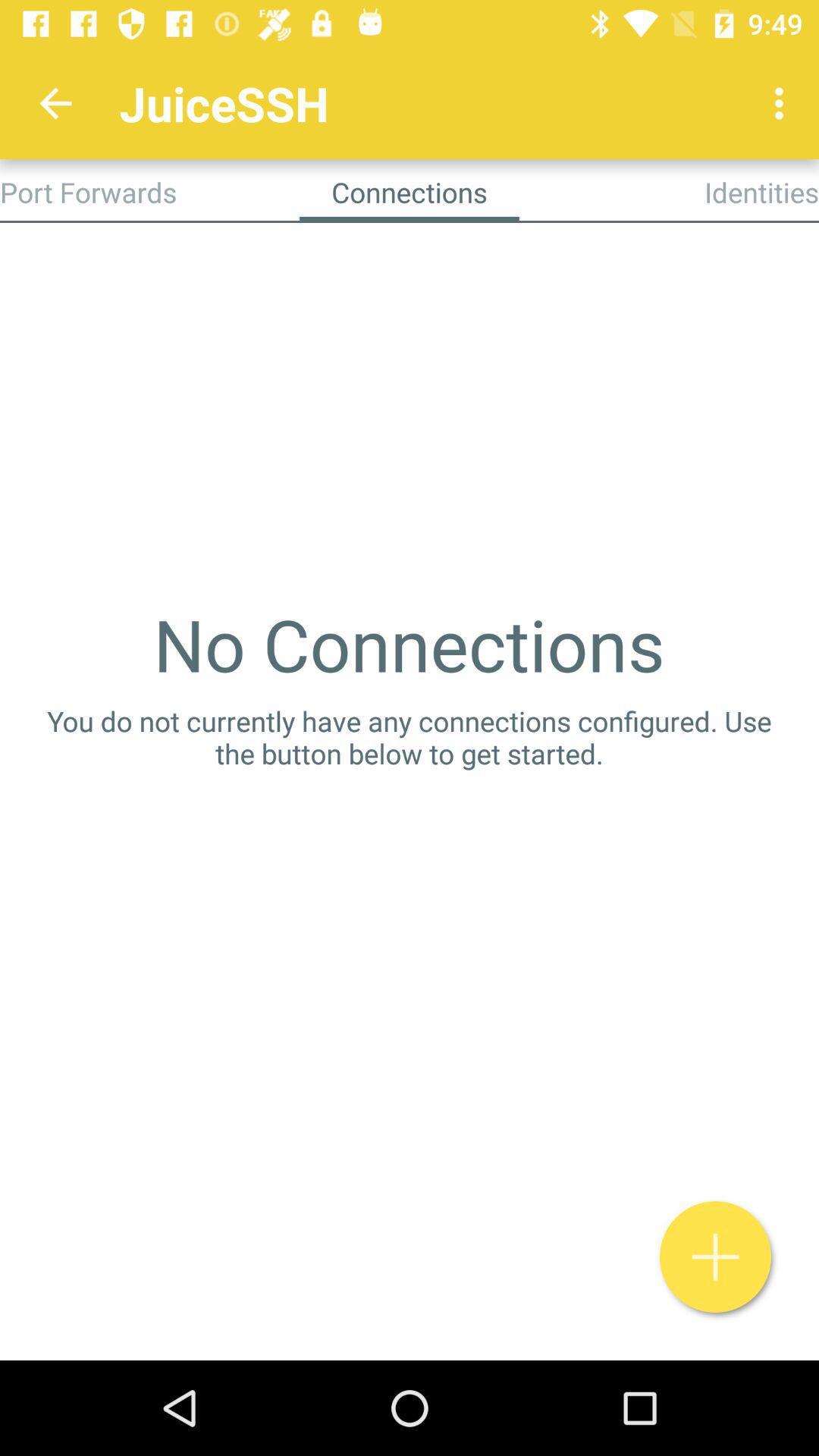 Image resolution: width=819 pixels, height=1456 pixels. What do you see at coordinates (761, 191) in the screenshot?
I see `identities icon` at bounding box center [761, 191].